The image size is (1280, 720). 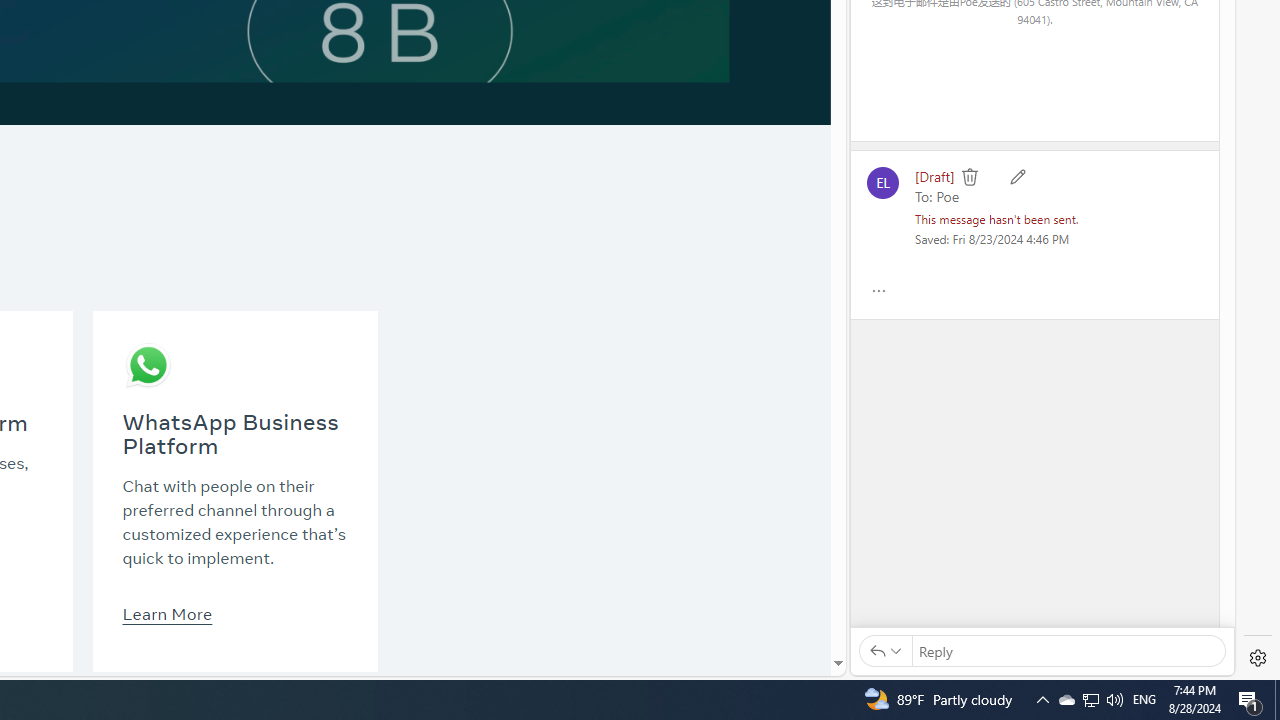 I want to click on 'Show full message', so click(x=878, y=290).